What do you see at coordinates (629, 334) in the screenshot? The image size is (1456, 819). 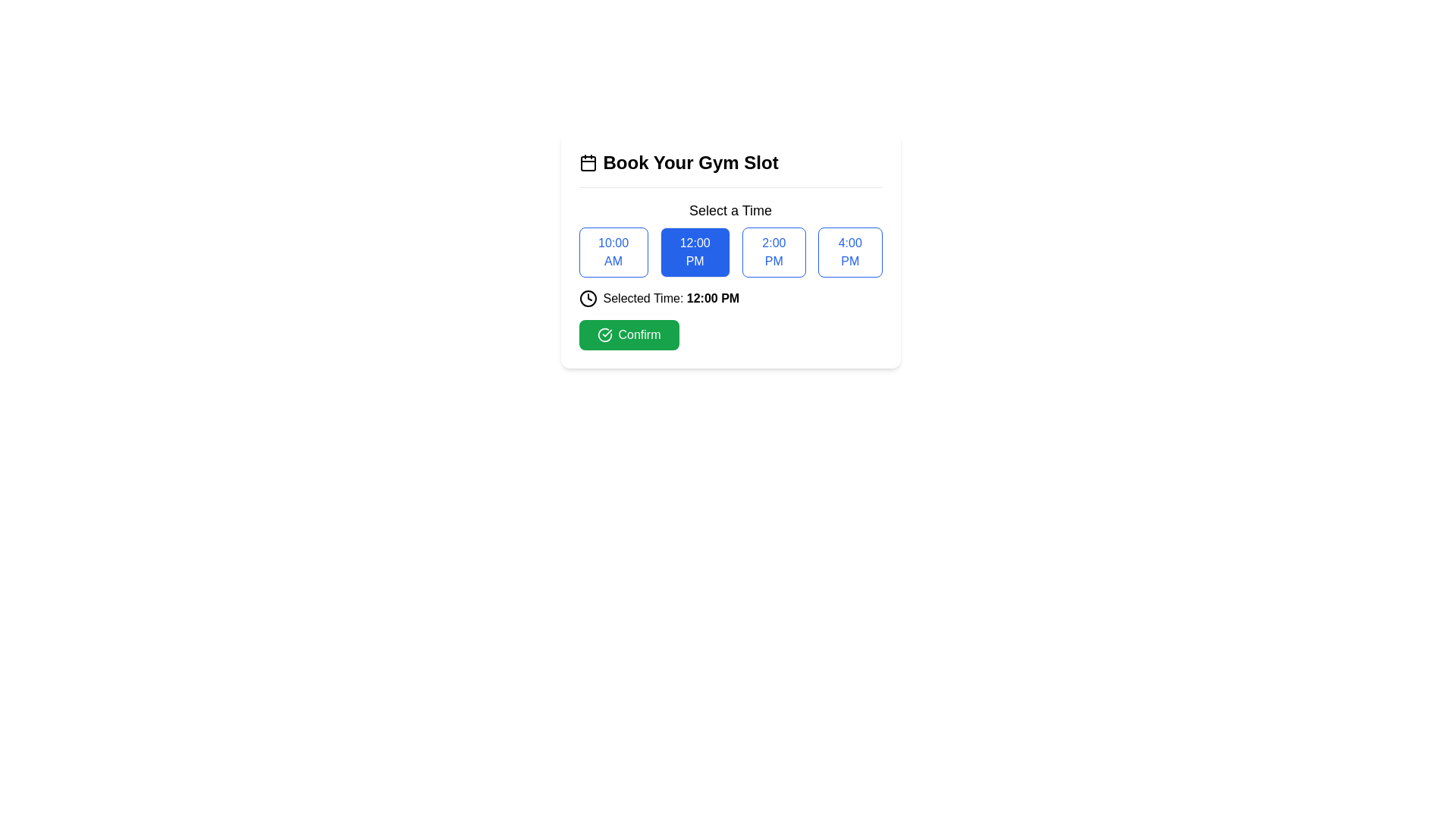 I see `the green rectangular button labeled 'Confirm' with a white checkmark icon to confirm` at bounding box center [629, 334].